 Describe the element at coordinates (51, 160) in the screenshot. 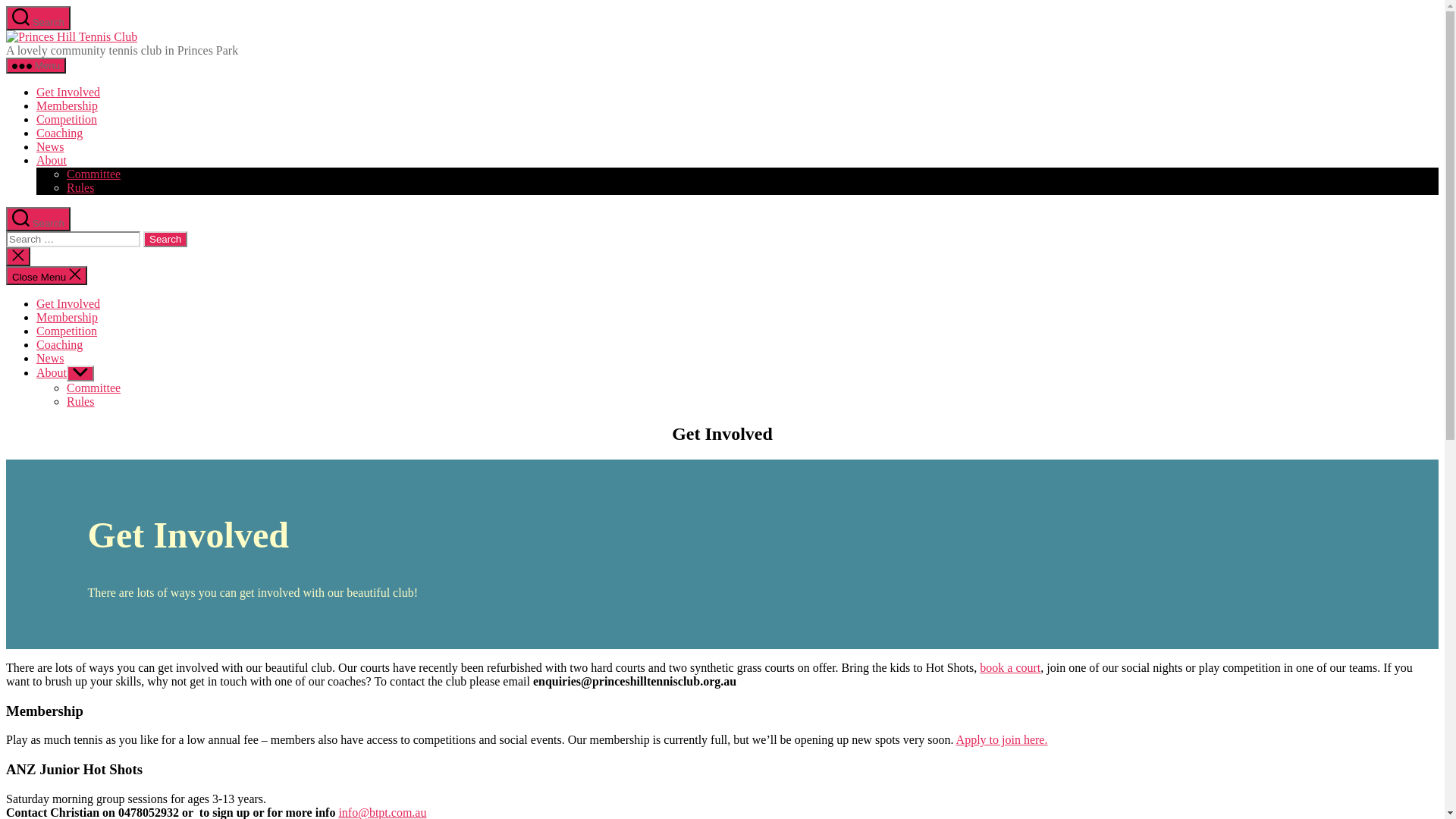

I see `'About'` at that location.